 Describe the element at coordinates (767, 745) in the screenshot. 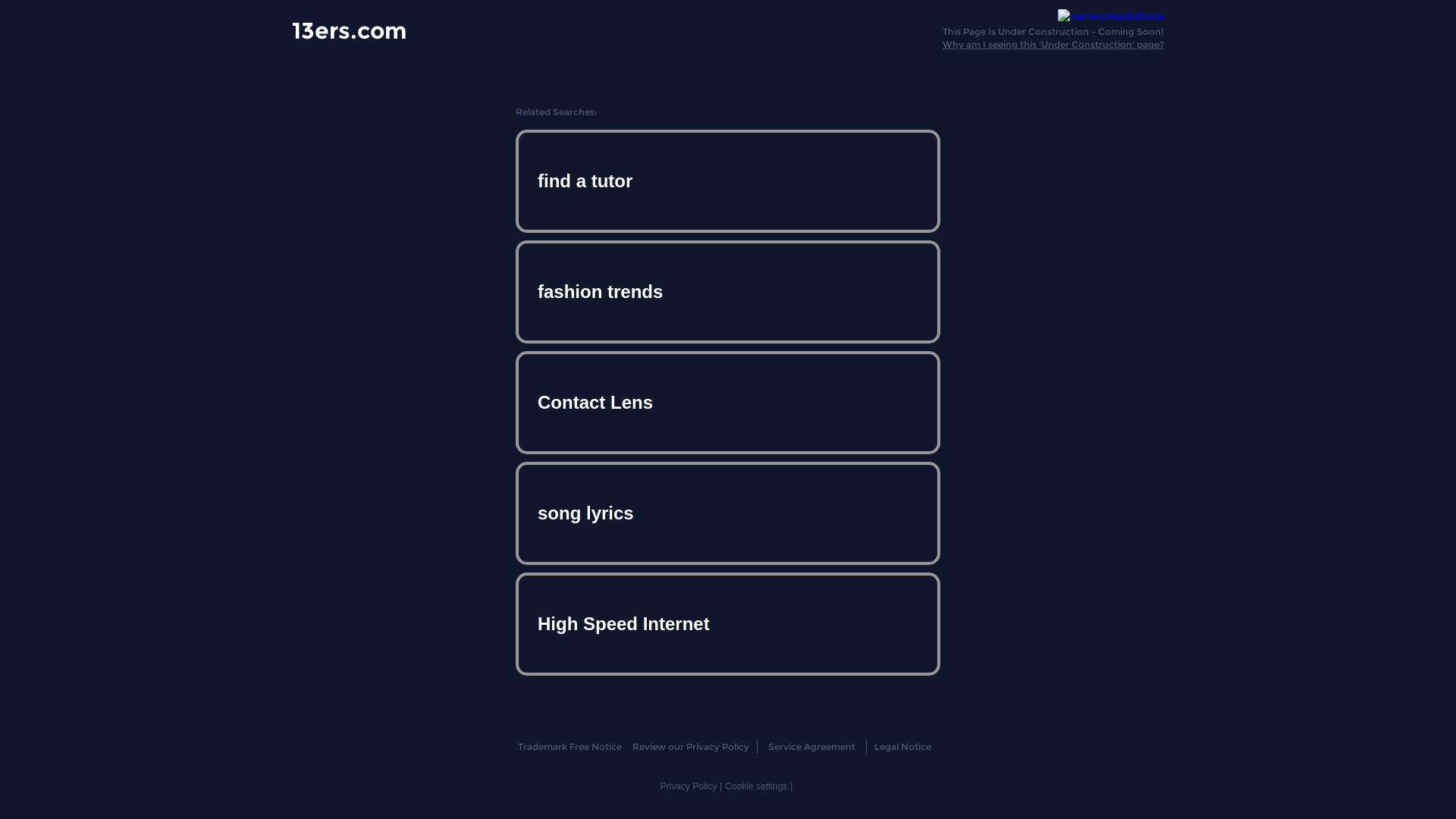

I see `'Service Agreement'` at that location.